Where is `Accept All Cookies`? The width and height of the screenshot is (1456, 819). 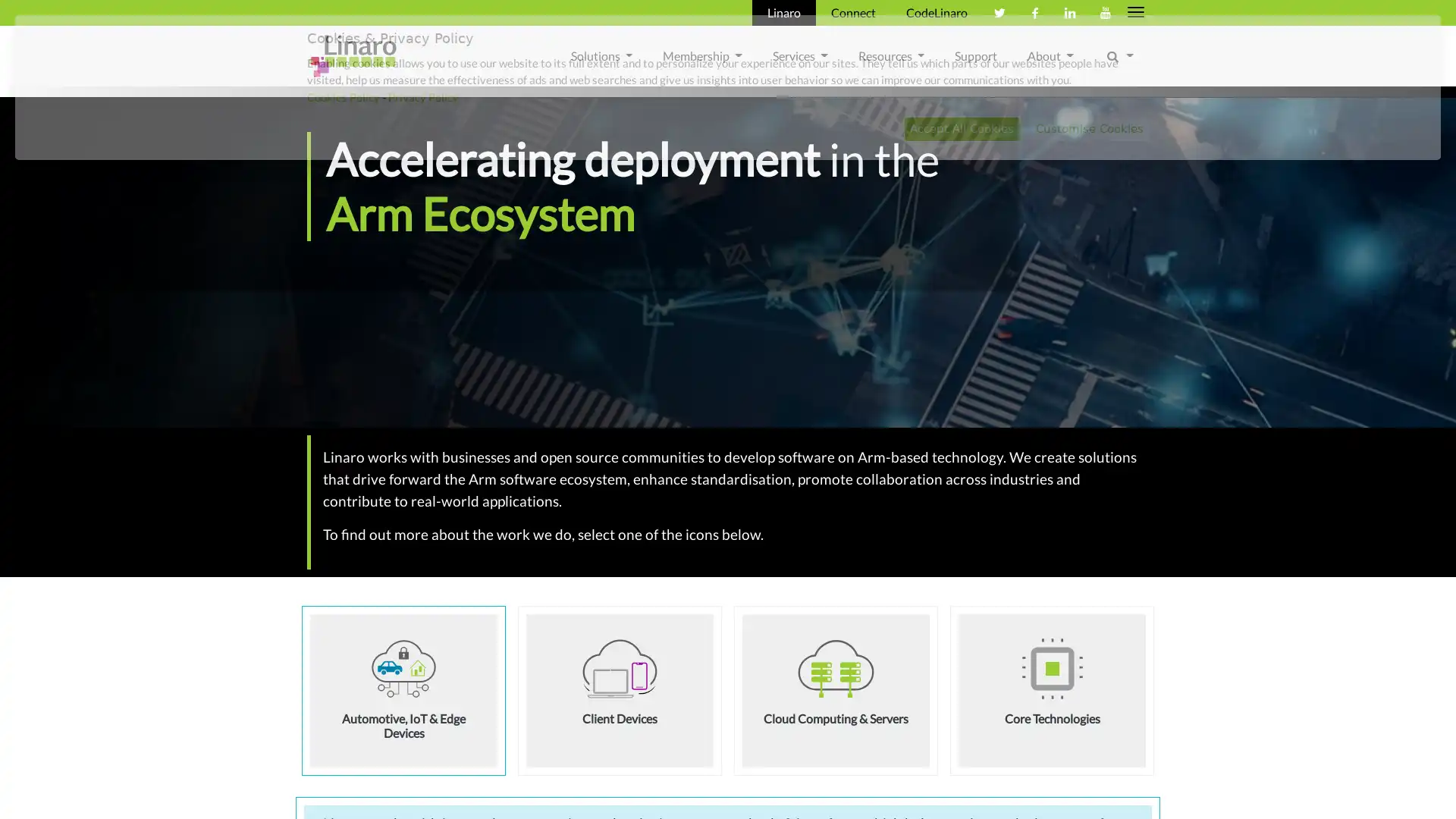 Accept All Cookies is located at coordinates (961, 128).